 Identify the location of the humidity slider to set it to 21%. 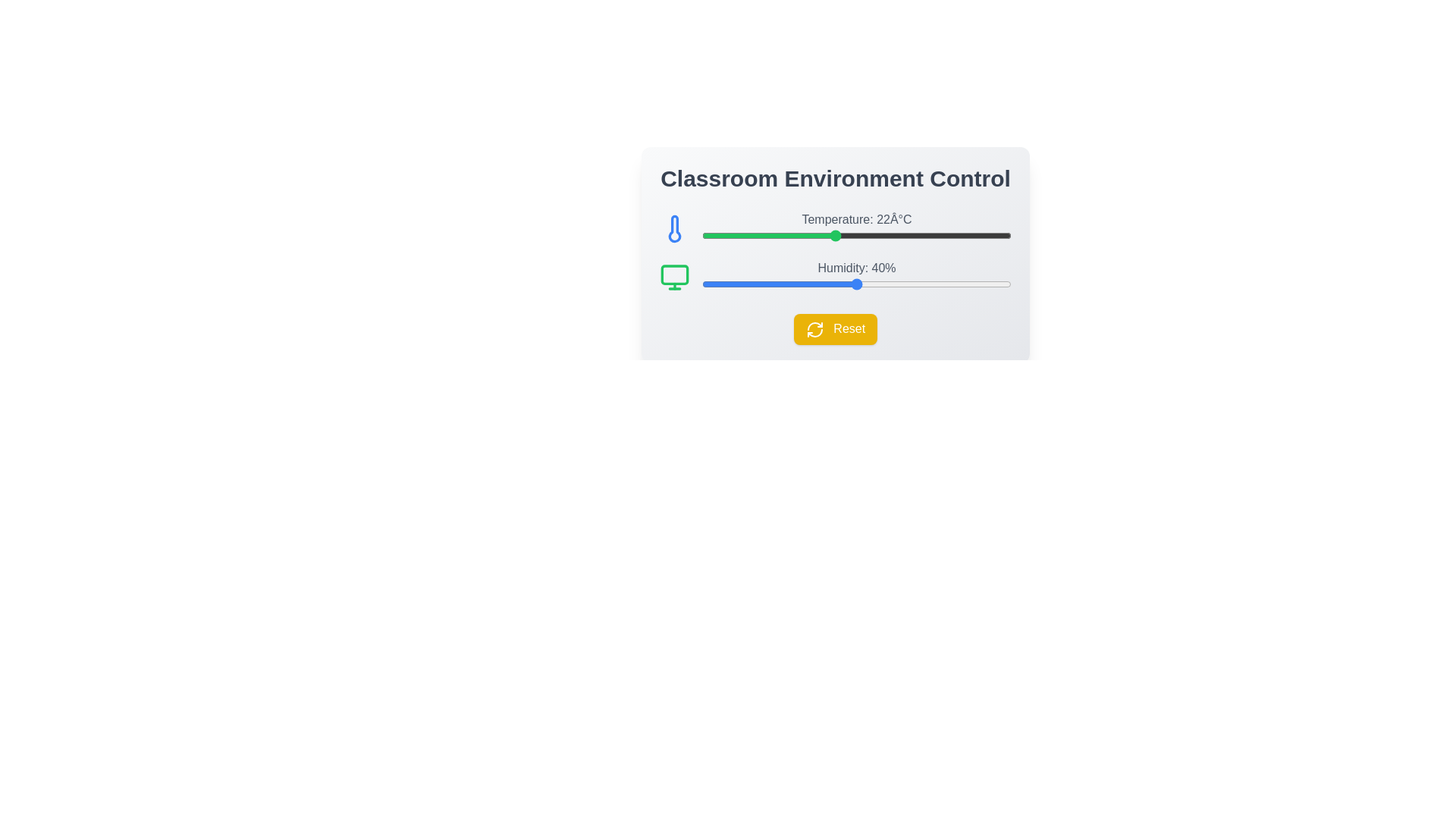
(709, 284).